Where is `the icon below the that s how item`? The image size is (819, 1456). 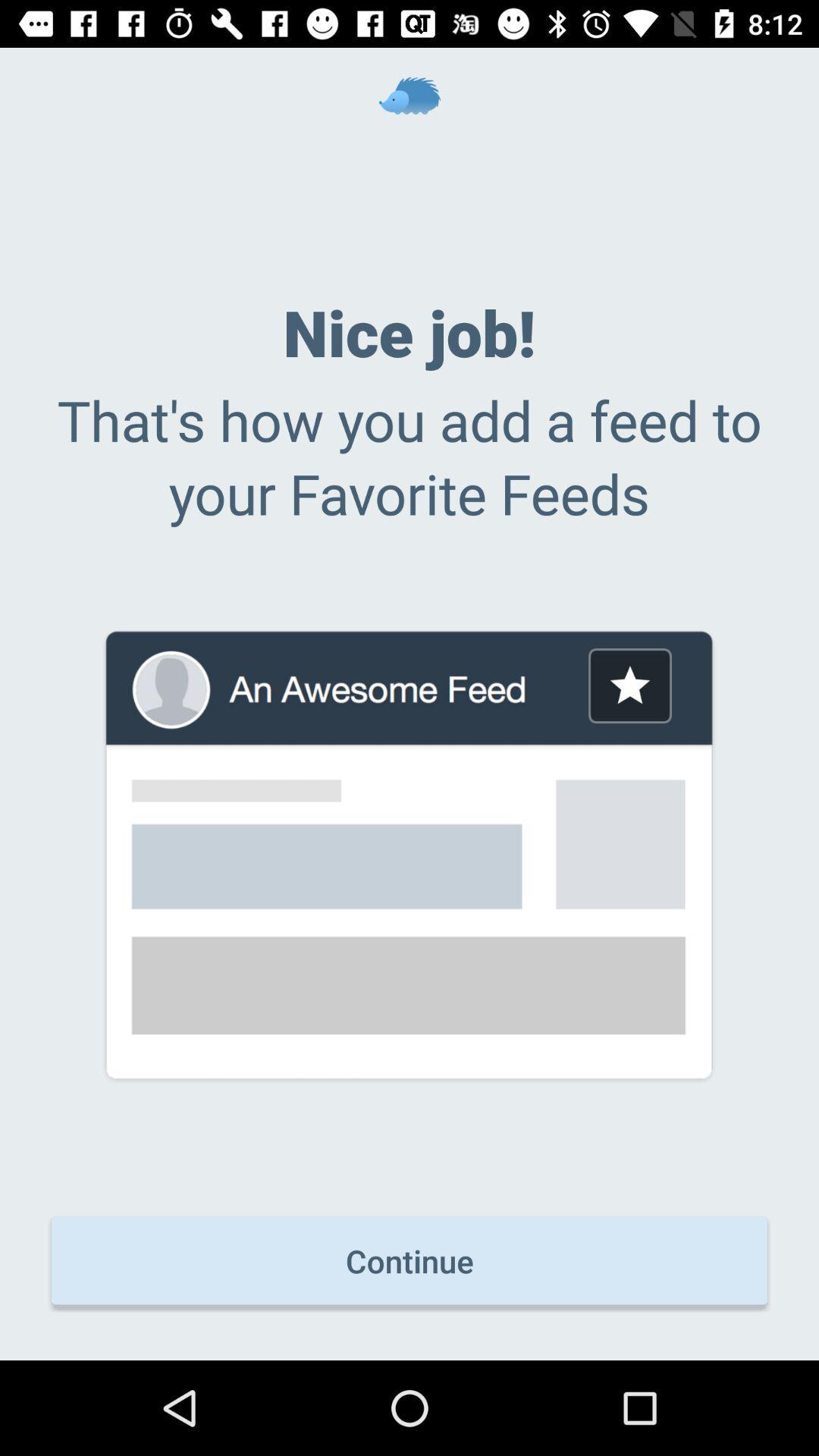 the icon below the that s how item is located at coordinates (629, 685).